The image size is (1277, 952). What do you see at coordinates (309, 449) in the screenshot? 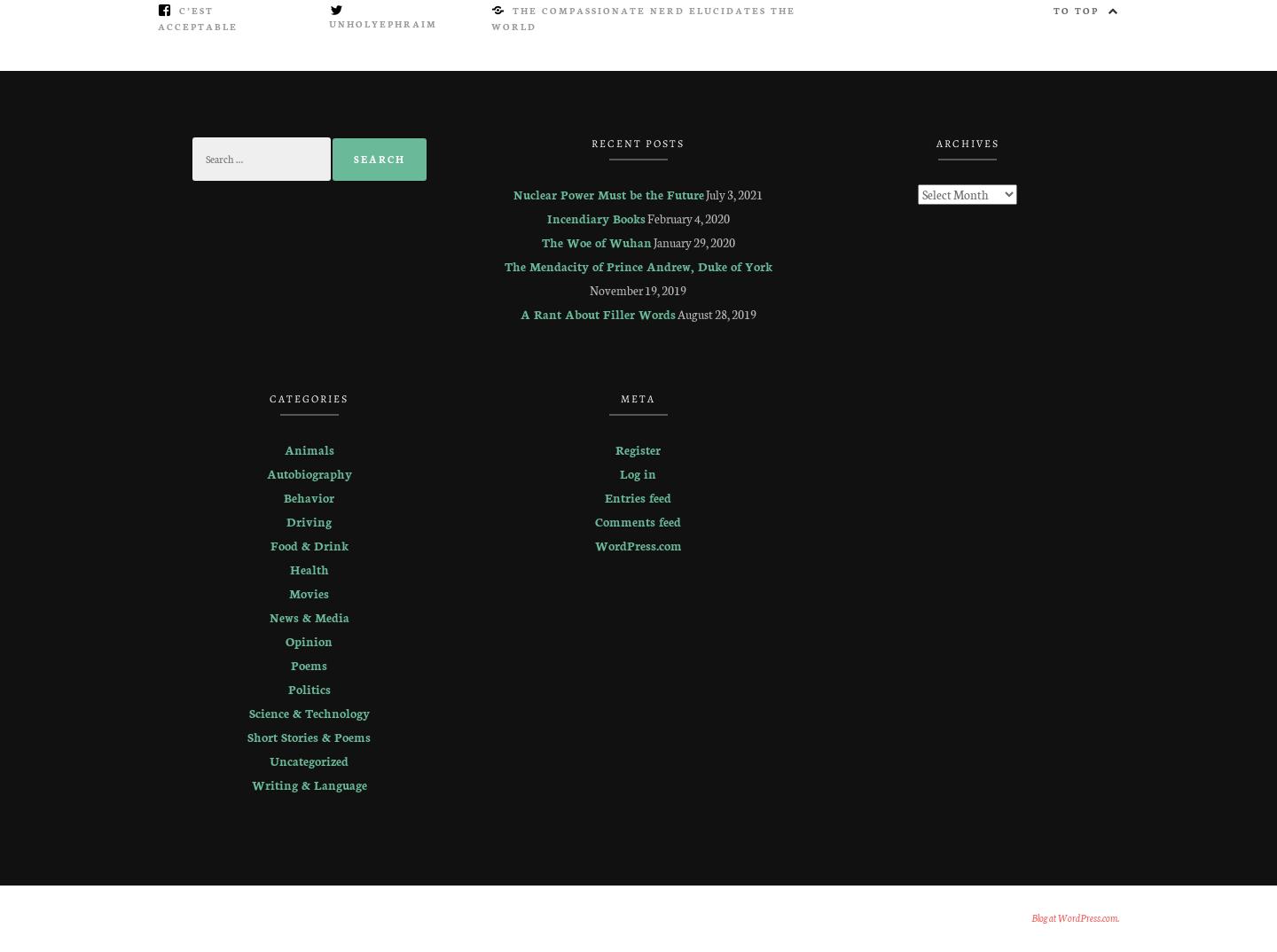
I see `'Animals'` at bounding box center [309, 449].